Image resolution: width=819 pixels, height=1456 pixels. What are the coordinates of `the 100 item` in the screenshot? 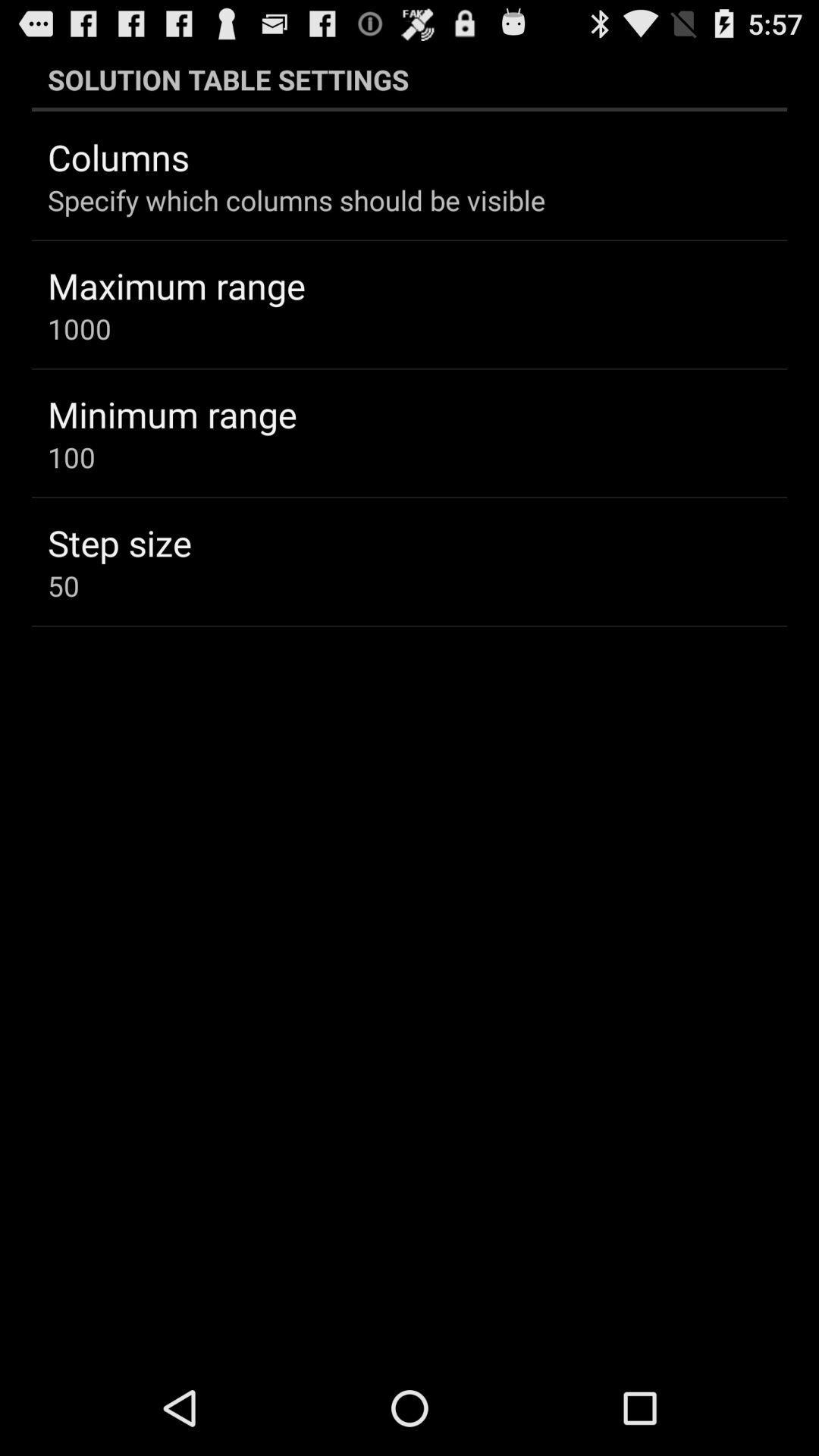 It's located at (71, 457).